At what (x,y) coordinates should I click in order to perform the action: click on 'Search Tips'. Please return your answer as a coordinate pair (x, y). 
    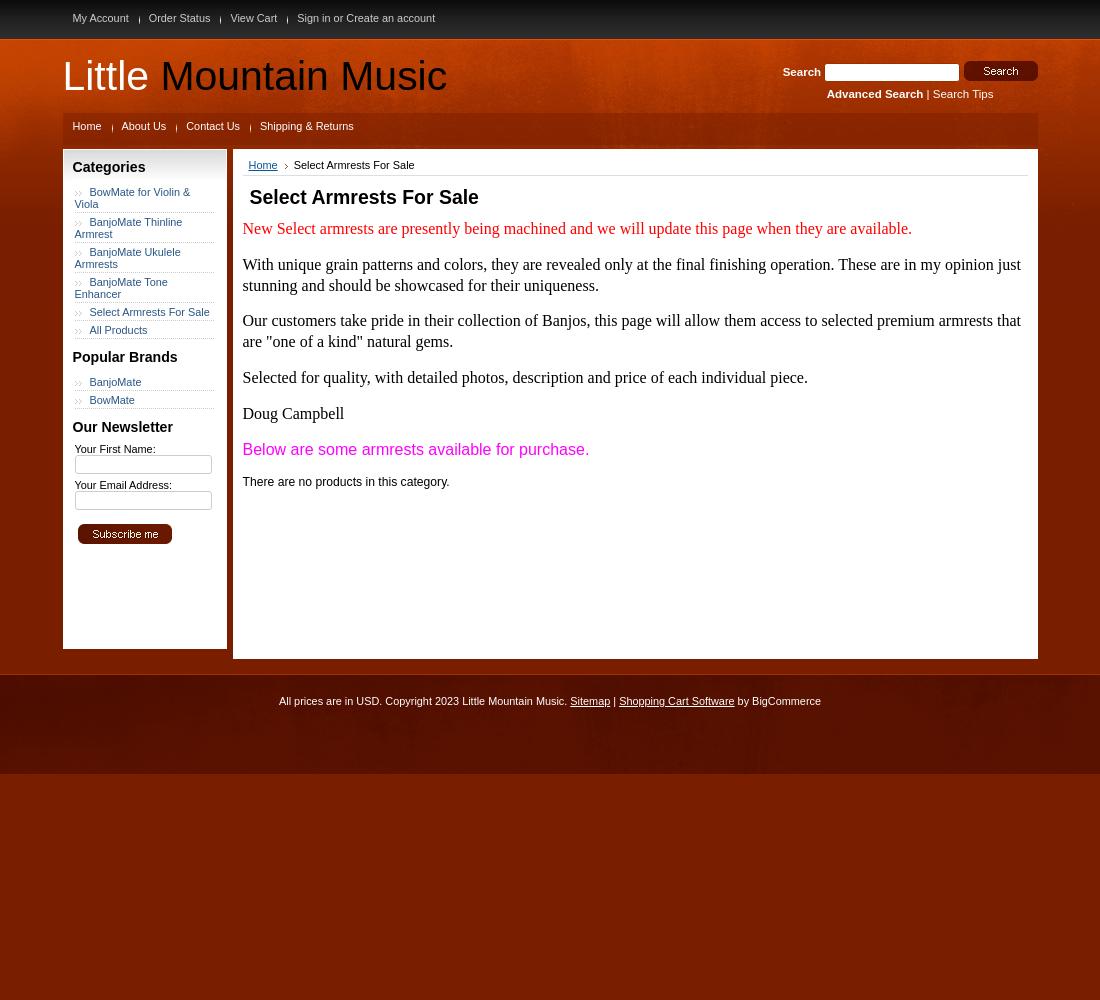
    Looking at the image, I should click on (962, 93).